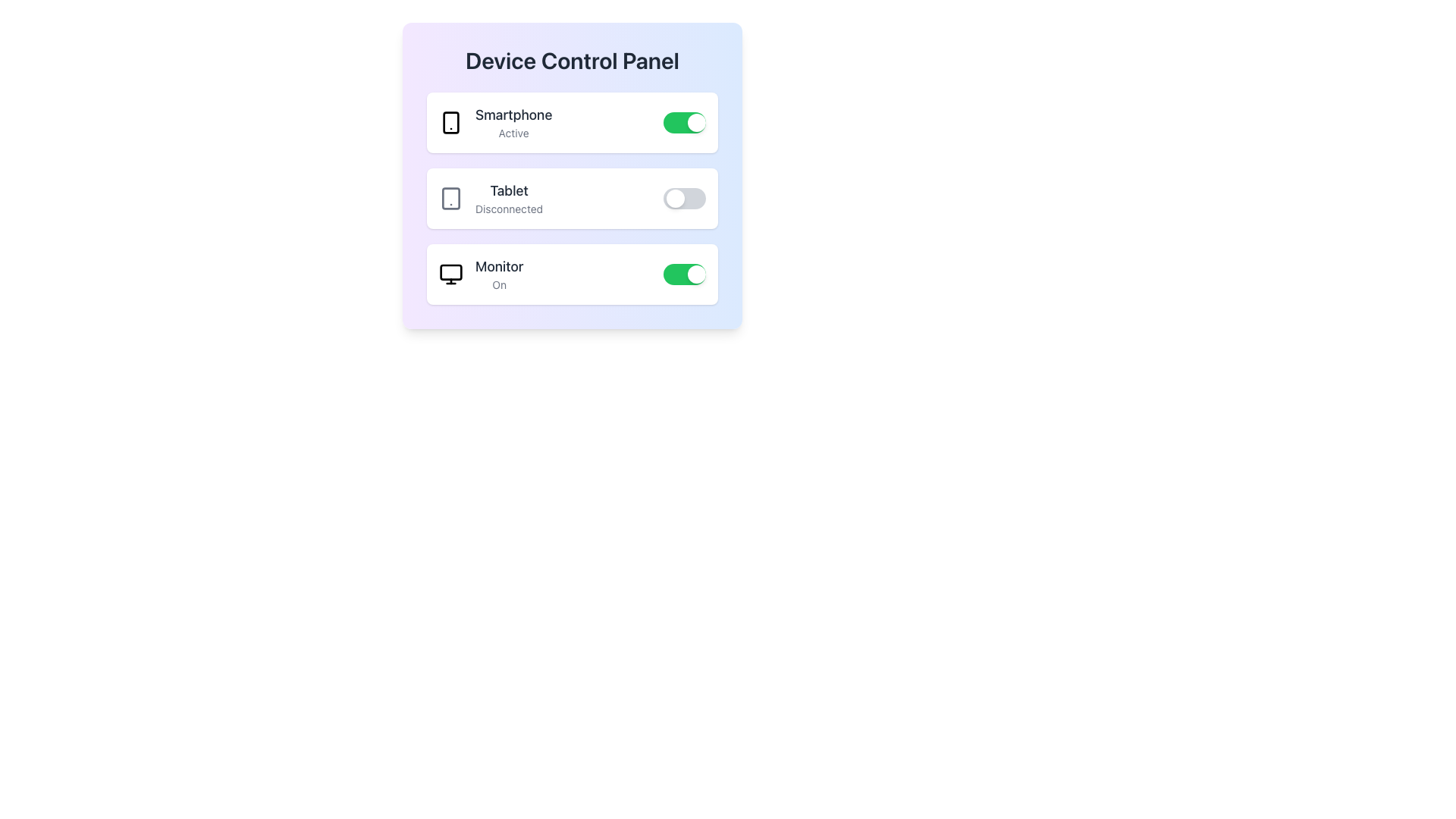  What do you see at coordinates (683, 275) in the screenshot?
I see `the toggle switch with a rounded green background and a white circular knob, located in the bottom section of the 'Device Control Panel'` at bounding box center [683, 275].